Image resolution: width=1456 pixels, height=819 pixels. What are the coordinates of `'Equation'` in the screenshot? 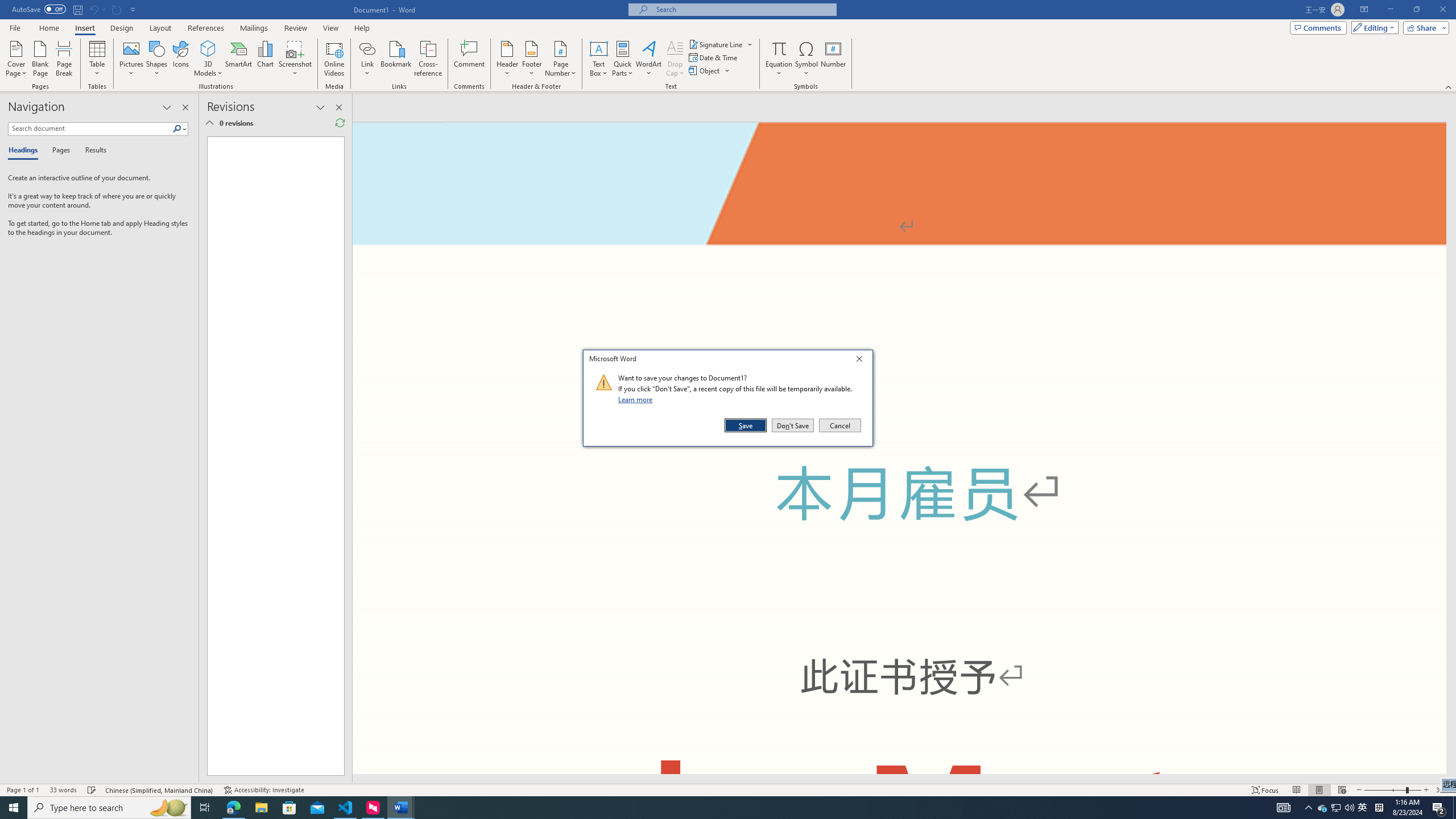 It's located at (779, 48).